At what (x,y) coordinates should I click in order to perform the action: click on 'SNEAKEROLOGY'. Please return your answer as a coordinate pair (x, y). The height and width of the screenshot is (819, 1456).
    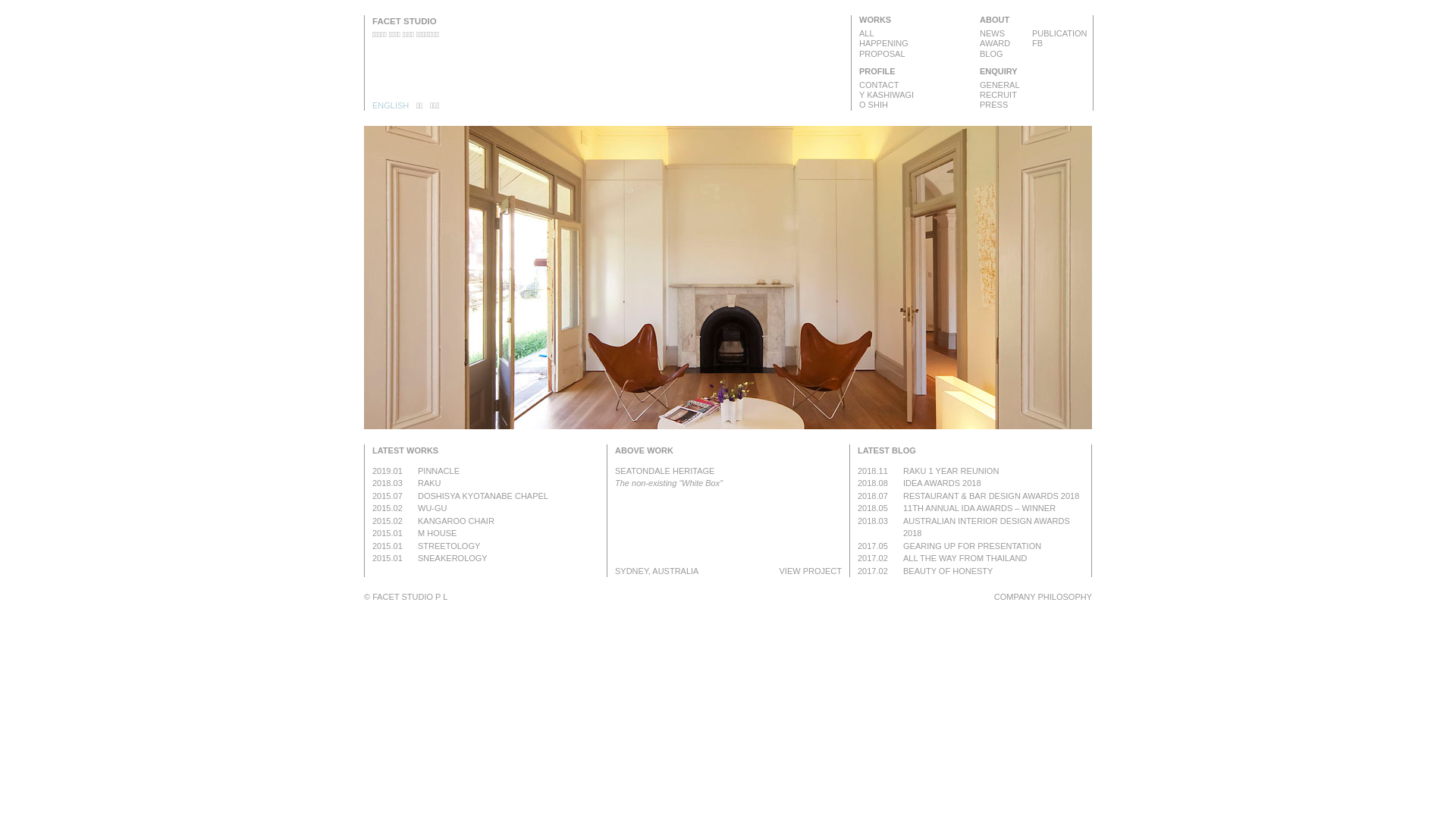
    Looking at the image, I should click on (418, 558).